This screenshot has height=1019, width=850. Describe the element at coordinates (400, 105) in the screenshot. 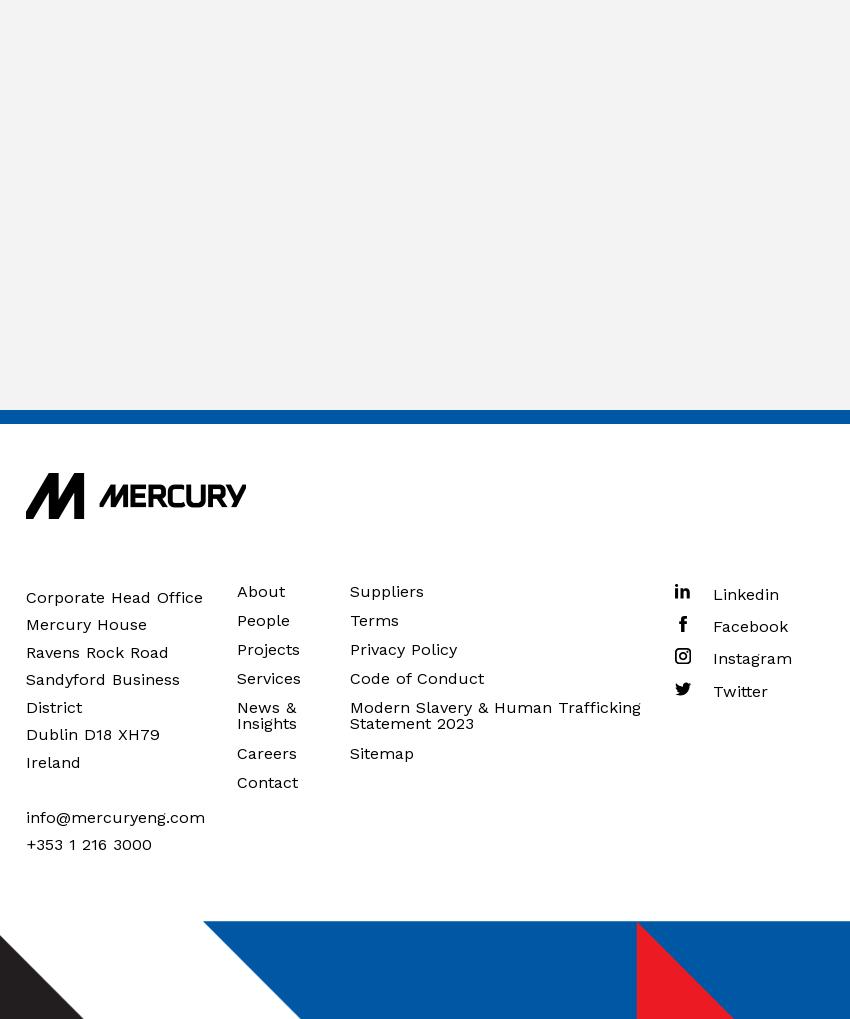

I see `'27th October 2023'` at that location.